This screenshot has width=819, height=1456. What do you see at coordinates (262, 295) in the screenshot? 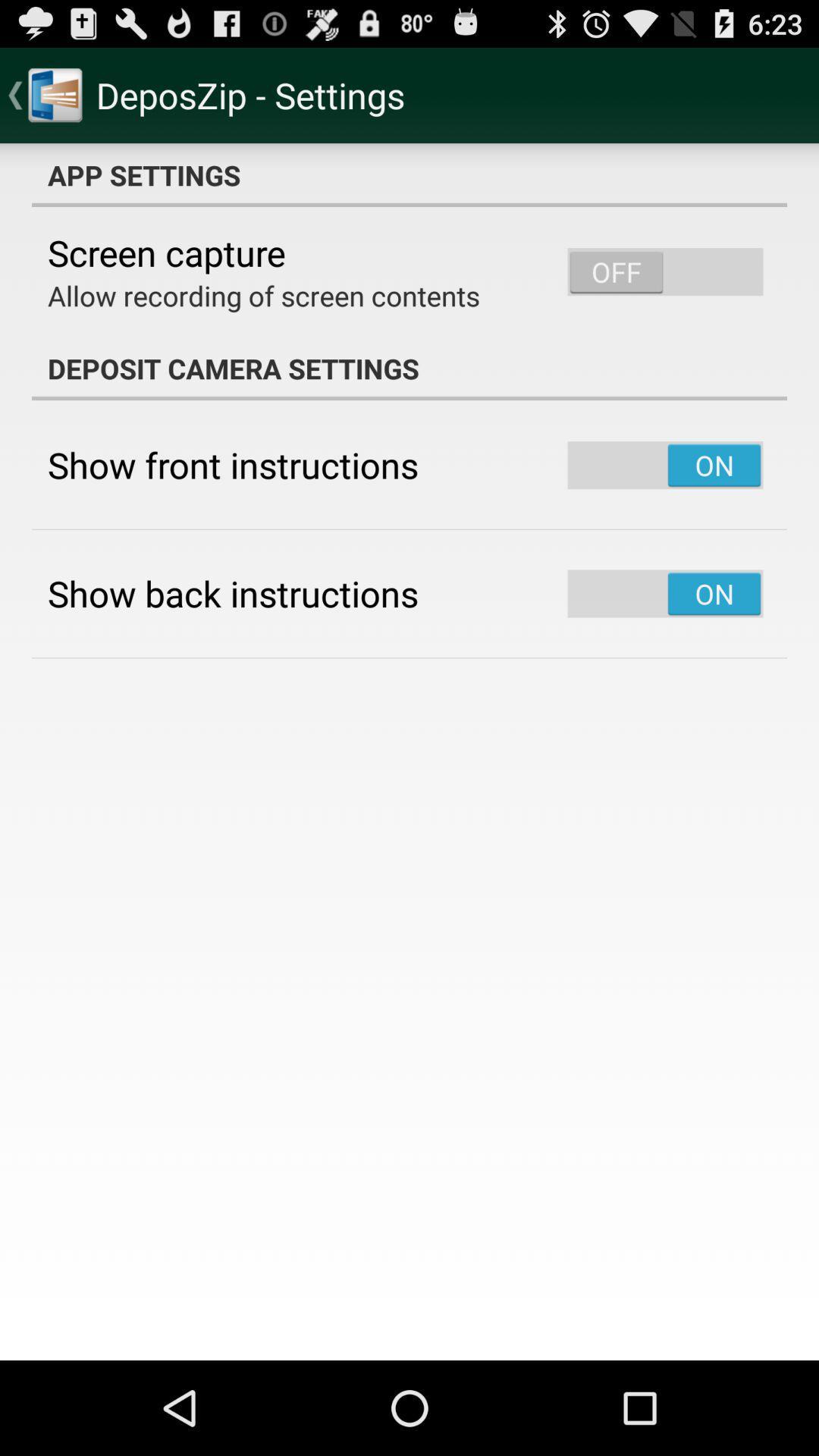
I see `item above the deposit camera settings app` at bounding box center [262, 295].